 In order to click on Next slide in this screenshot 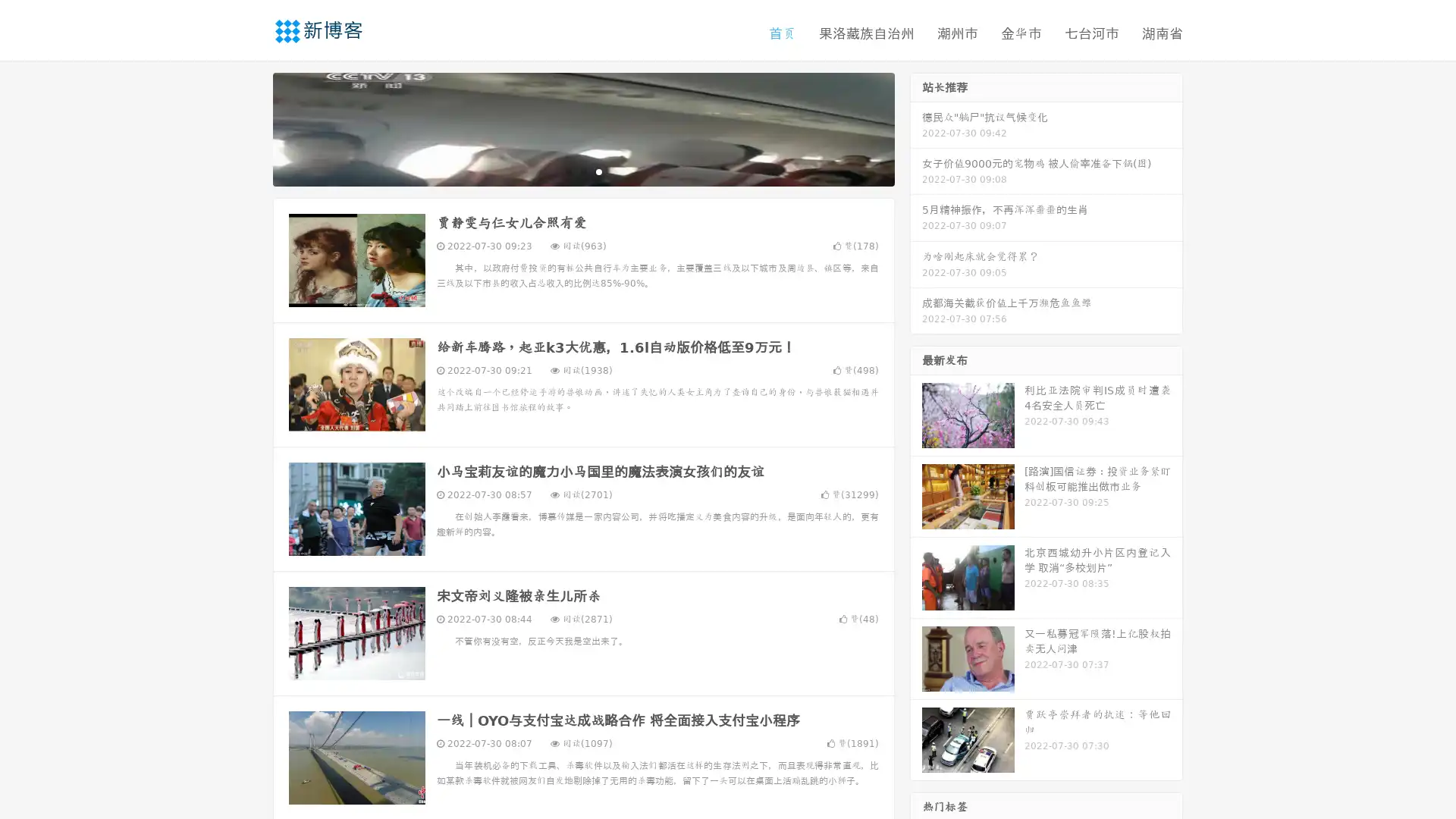, I will do `click(916, 127)`.